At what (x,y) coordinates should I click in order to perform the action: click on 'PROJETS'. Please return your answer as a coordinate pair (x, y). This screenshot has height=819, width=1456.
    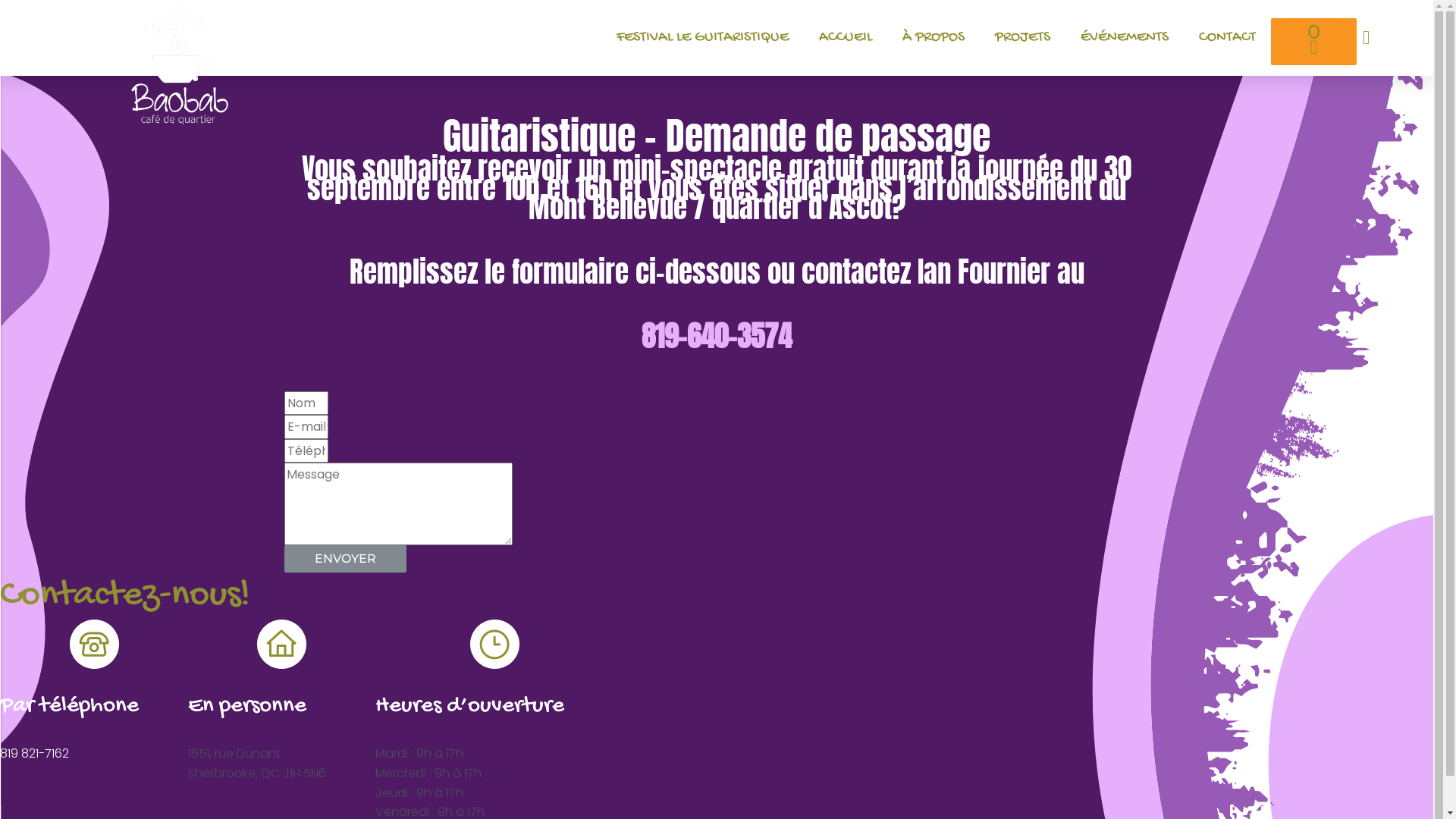
    Looking at the image, I should click on (979, 37).